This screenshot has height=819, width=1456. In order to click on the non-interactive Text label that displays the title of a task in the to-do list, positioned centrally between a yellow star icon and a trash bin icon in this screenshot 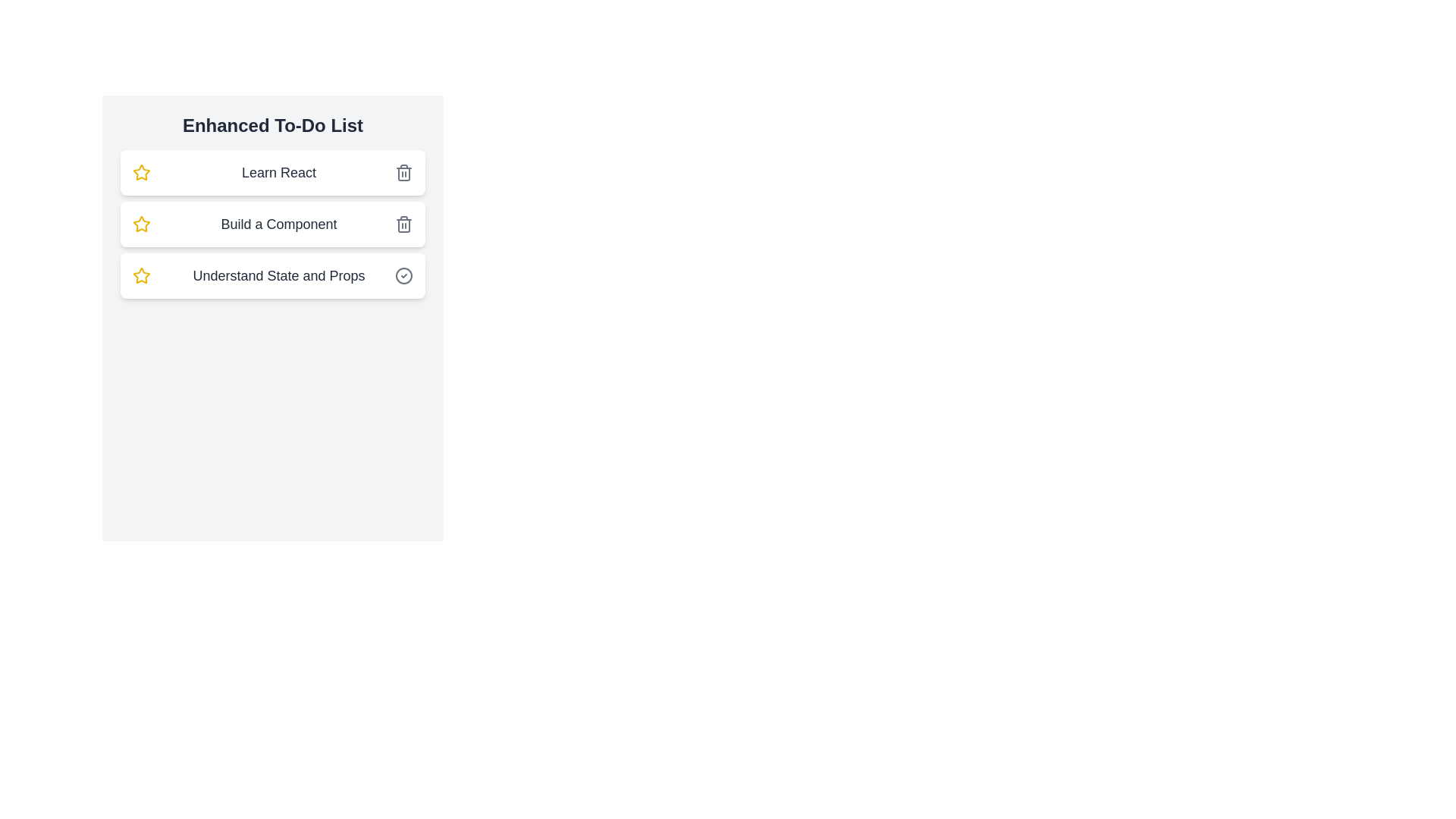, I will do `click(279, 224)`.